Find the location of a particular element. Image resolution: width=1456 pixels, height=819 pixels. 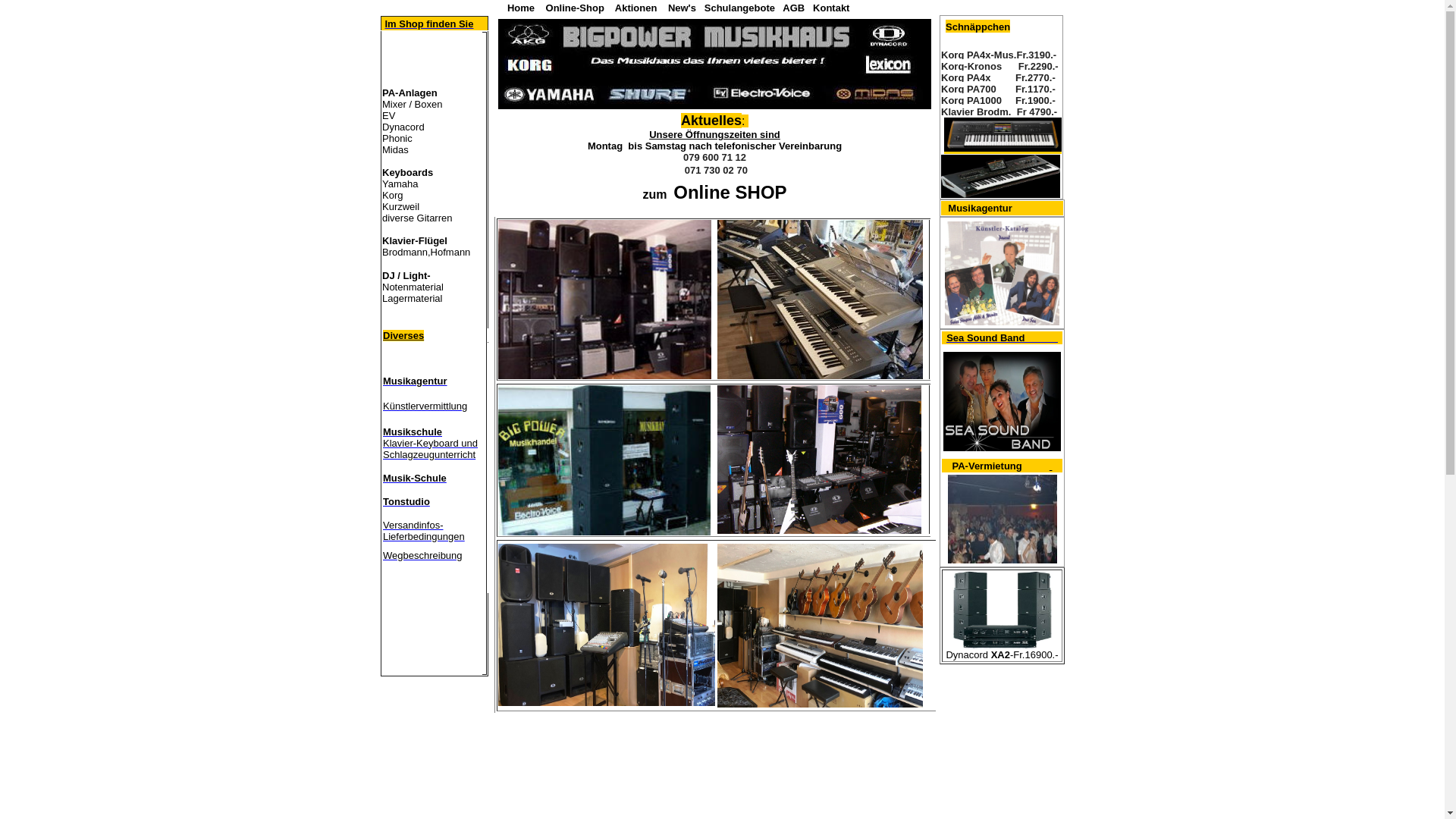

'Kontakt' is located at coordinates (811, 8).